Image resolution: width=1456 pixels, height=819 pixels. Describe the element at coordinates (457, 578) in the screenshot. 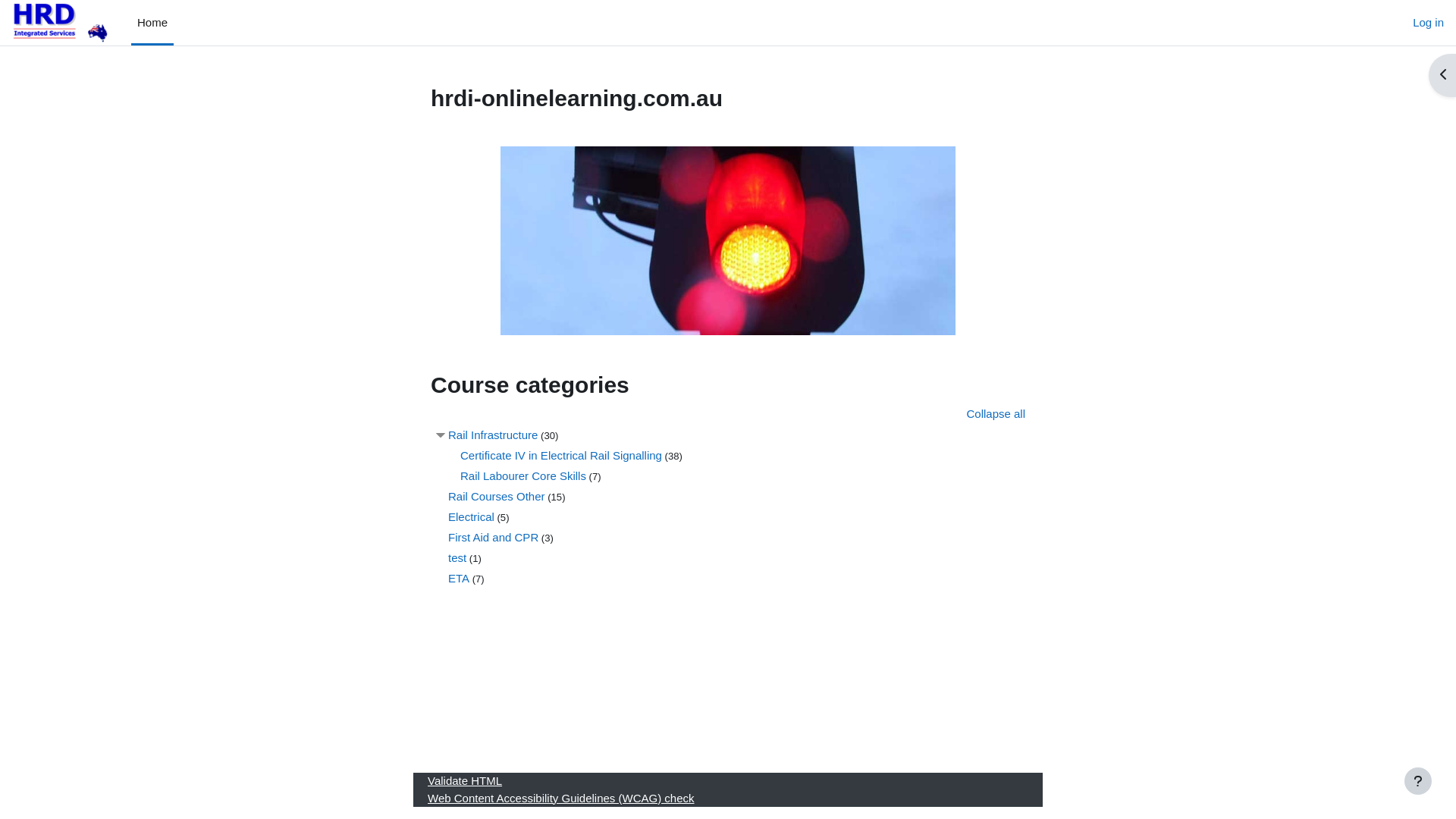

I see `'ETA'` at that location.